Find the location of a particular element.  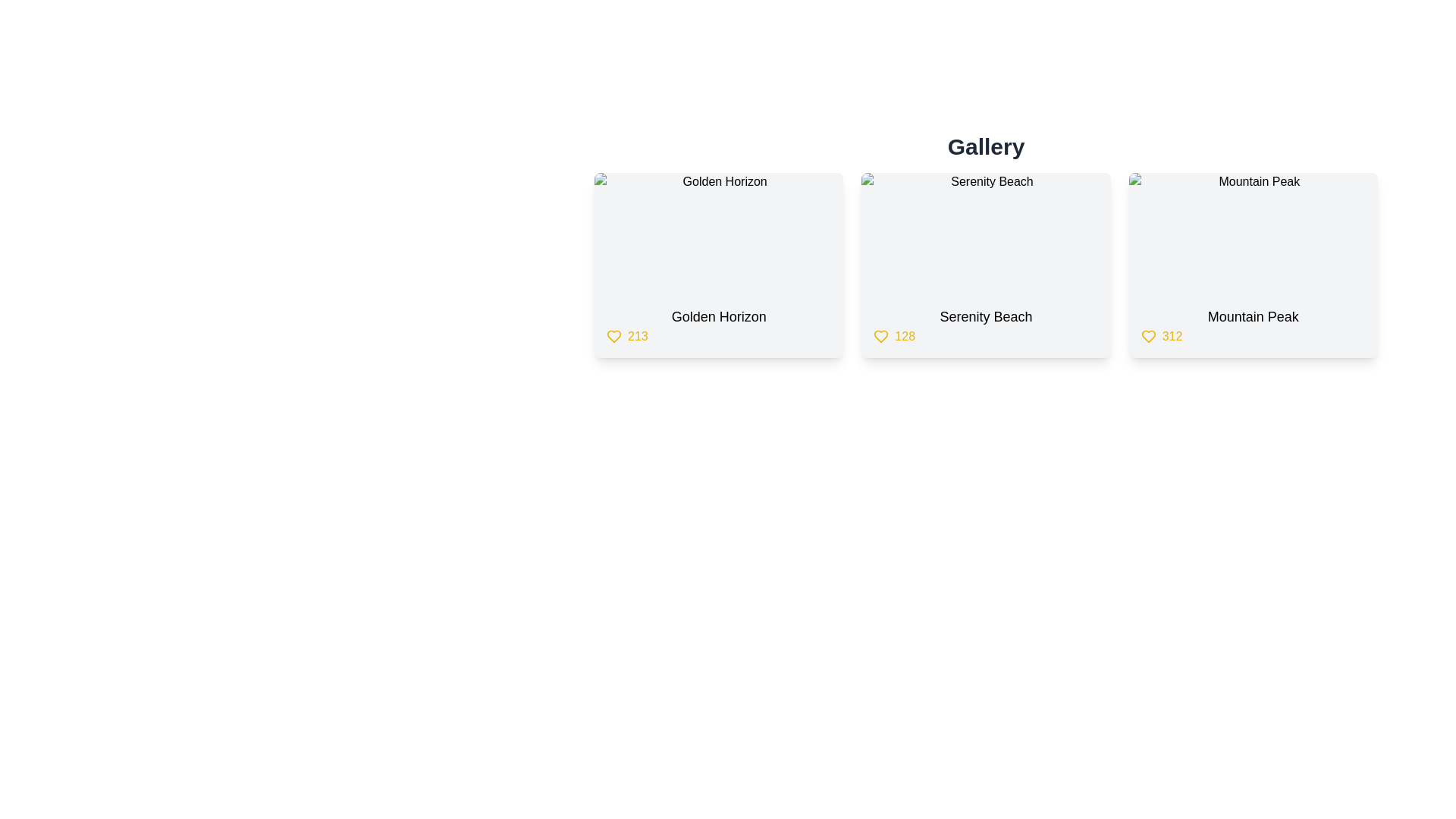

the text displaying the number of likes or favorites for the 'Mountain Peak' card, located at the bottom-left corner of the card is located at coordinates (1171, 335).